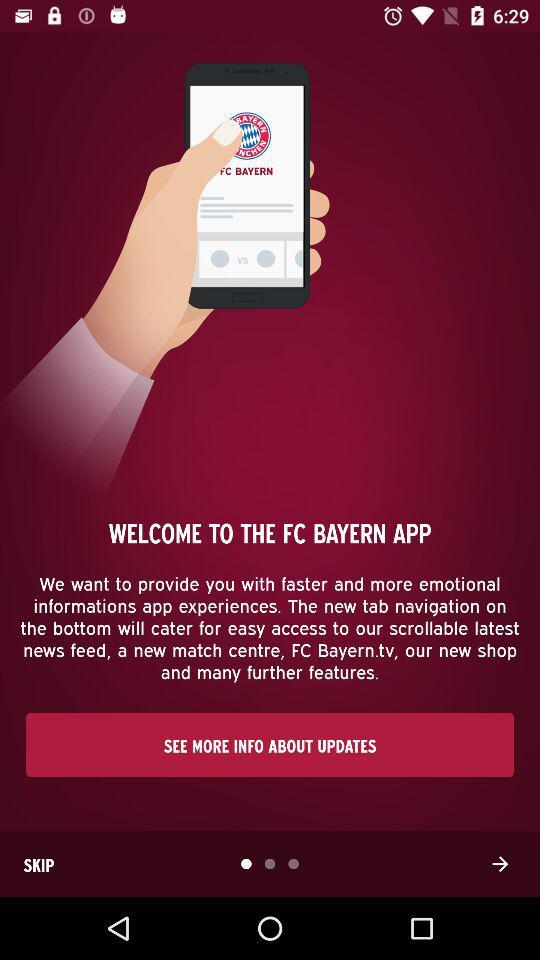  What do you see at coordinates (499, 863) in the screenshot?
I see `the arrow_forward icon` at bounding box center [499, 863].